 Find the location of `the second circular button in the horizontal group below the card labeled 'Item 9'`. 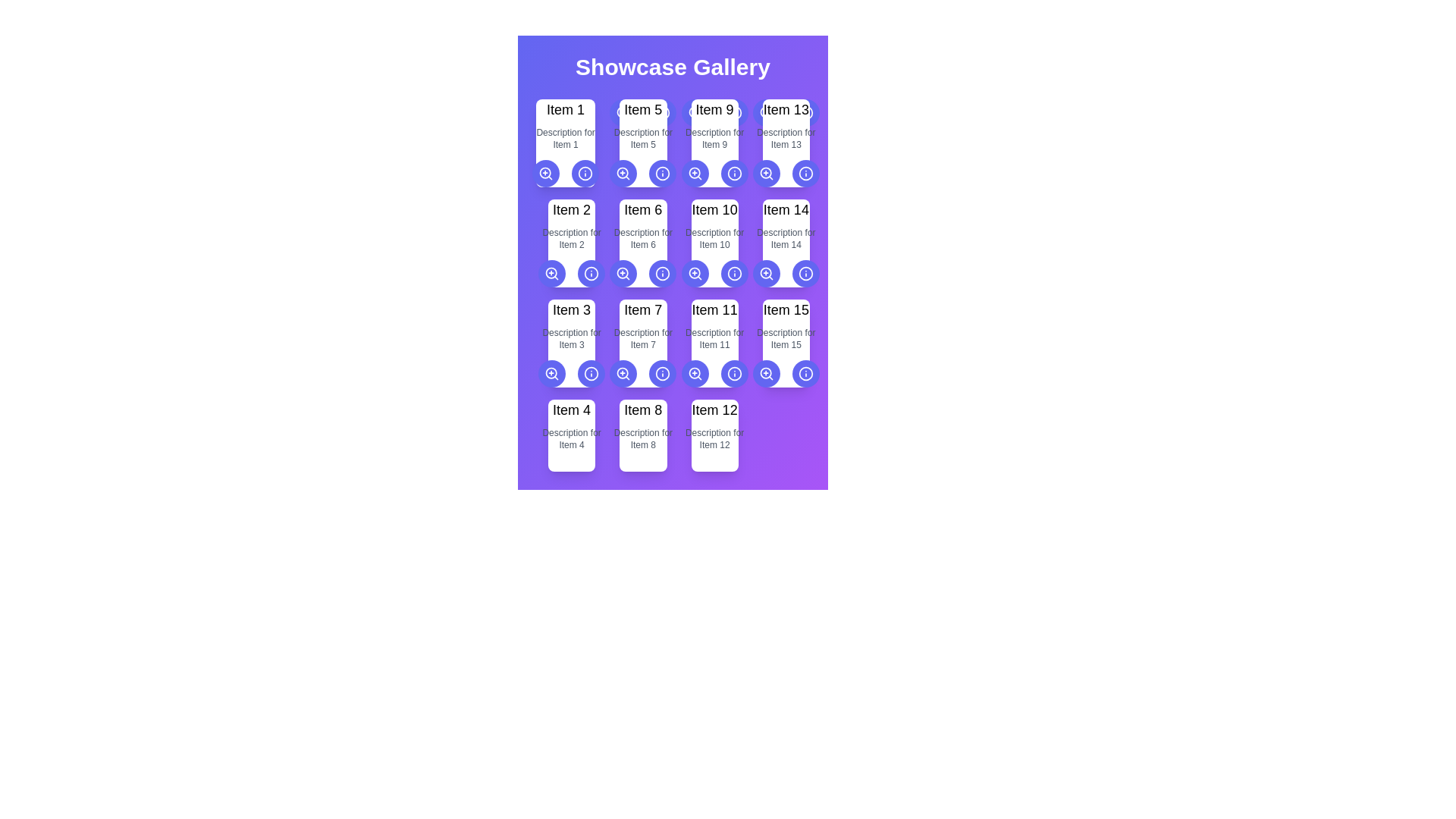

the second circular button in the horizontal group below the card labeled 'Item 9' is located at coordinates (734, 112).